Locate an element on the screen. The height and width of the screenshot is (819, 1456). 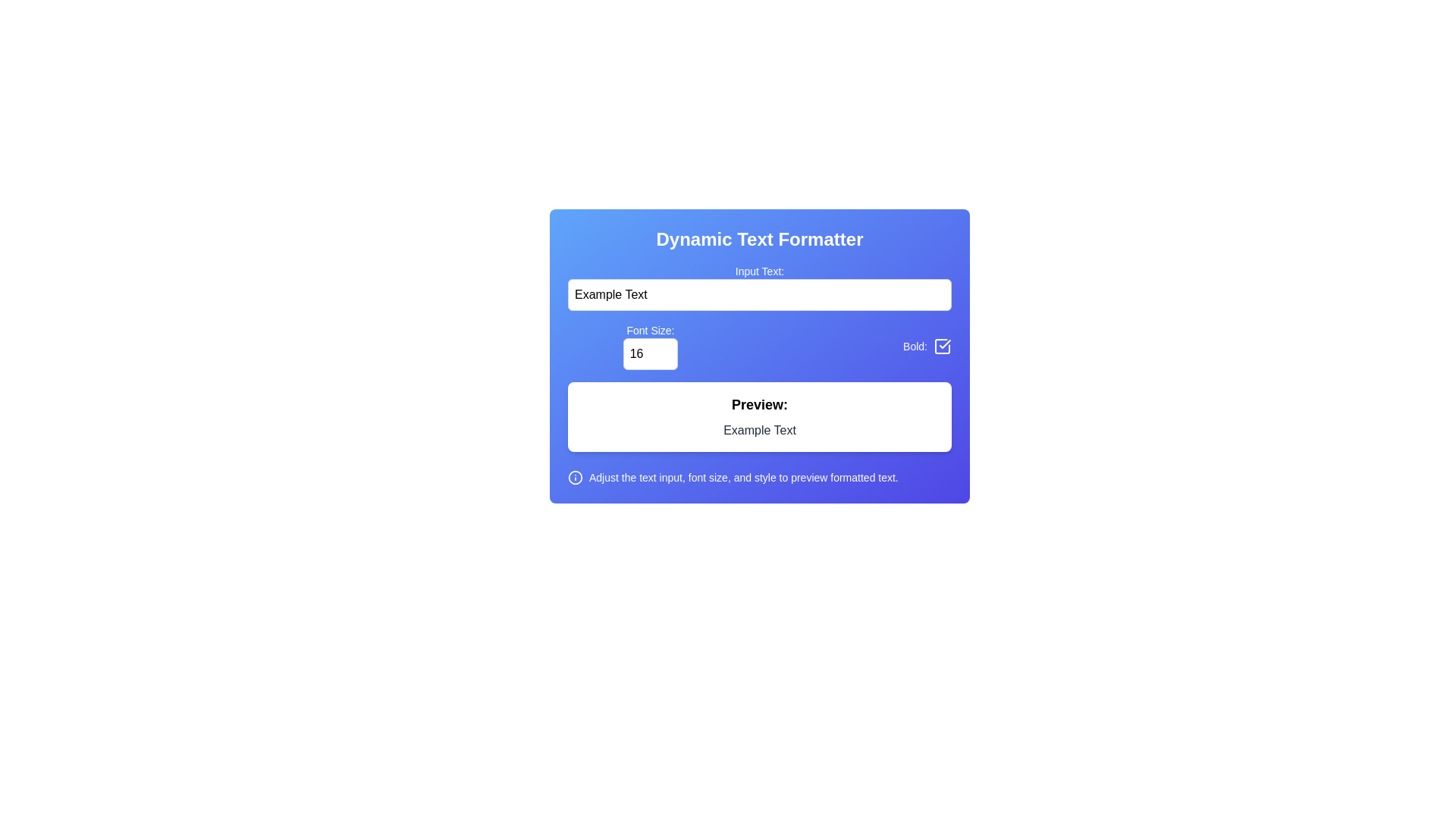
the Circular vector graphic located in the bottom-left corner of the interface near the descriptive text label is located at coordinates (574, 476).